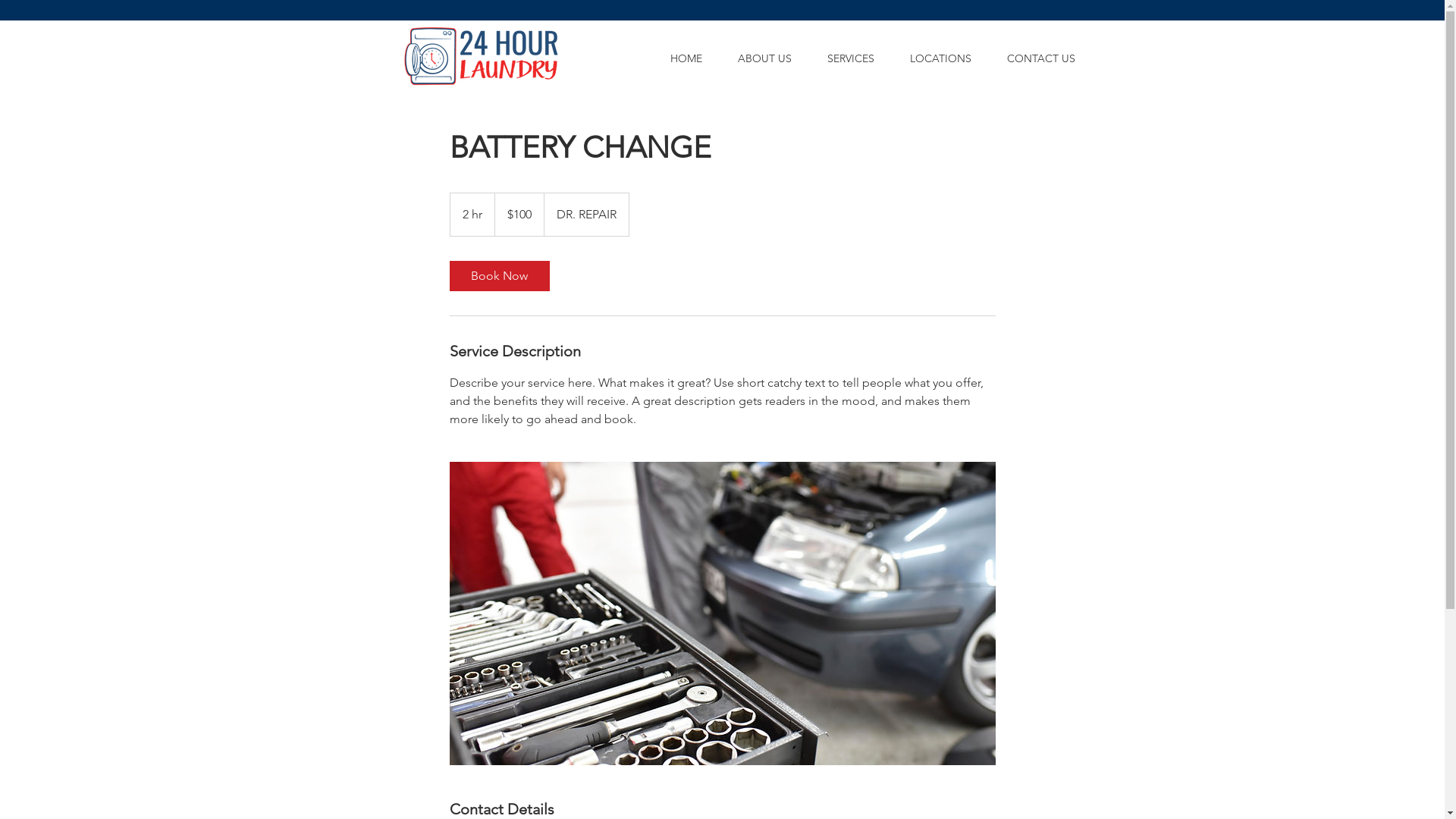  I want to click on 'ABOUT US', so click(764, 58).